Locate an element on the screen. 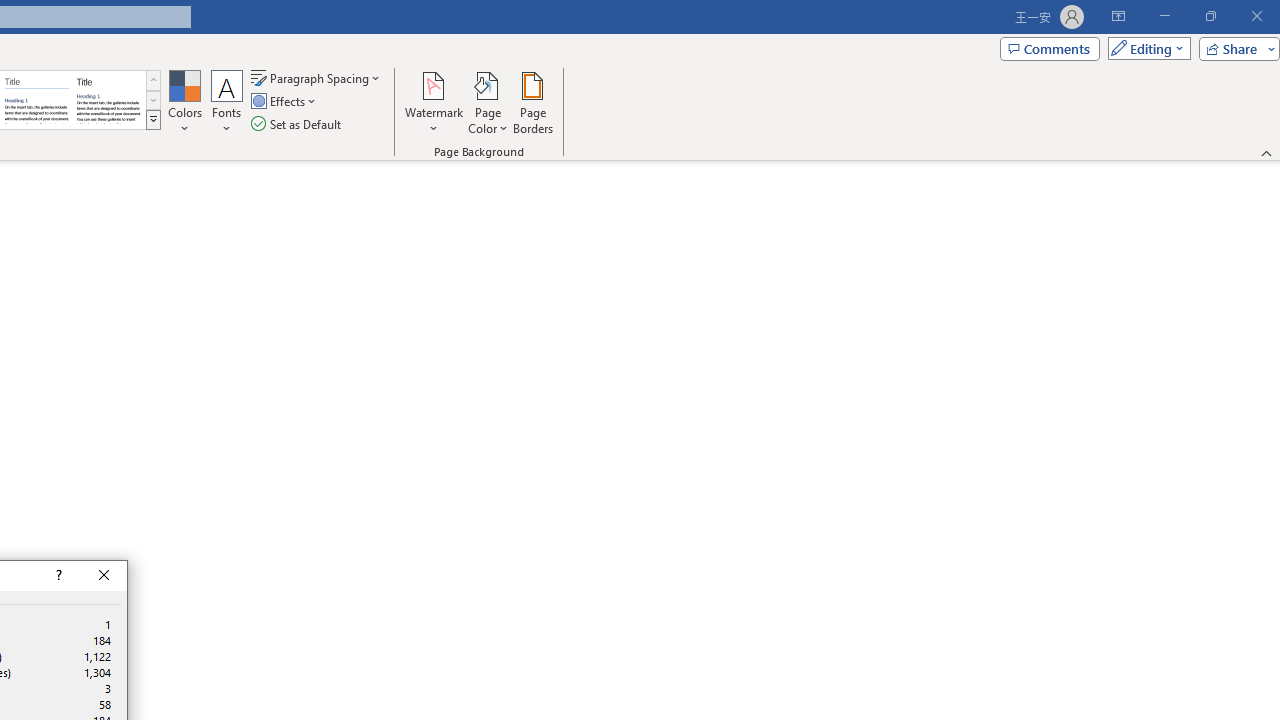 This screenshot has width=1280, height=720. 'Editing' is located at coordinates (1144, 47).